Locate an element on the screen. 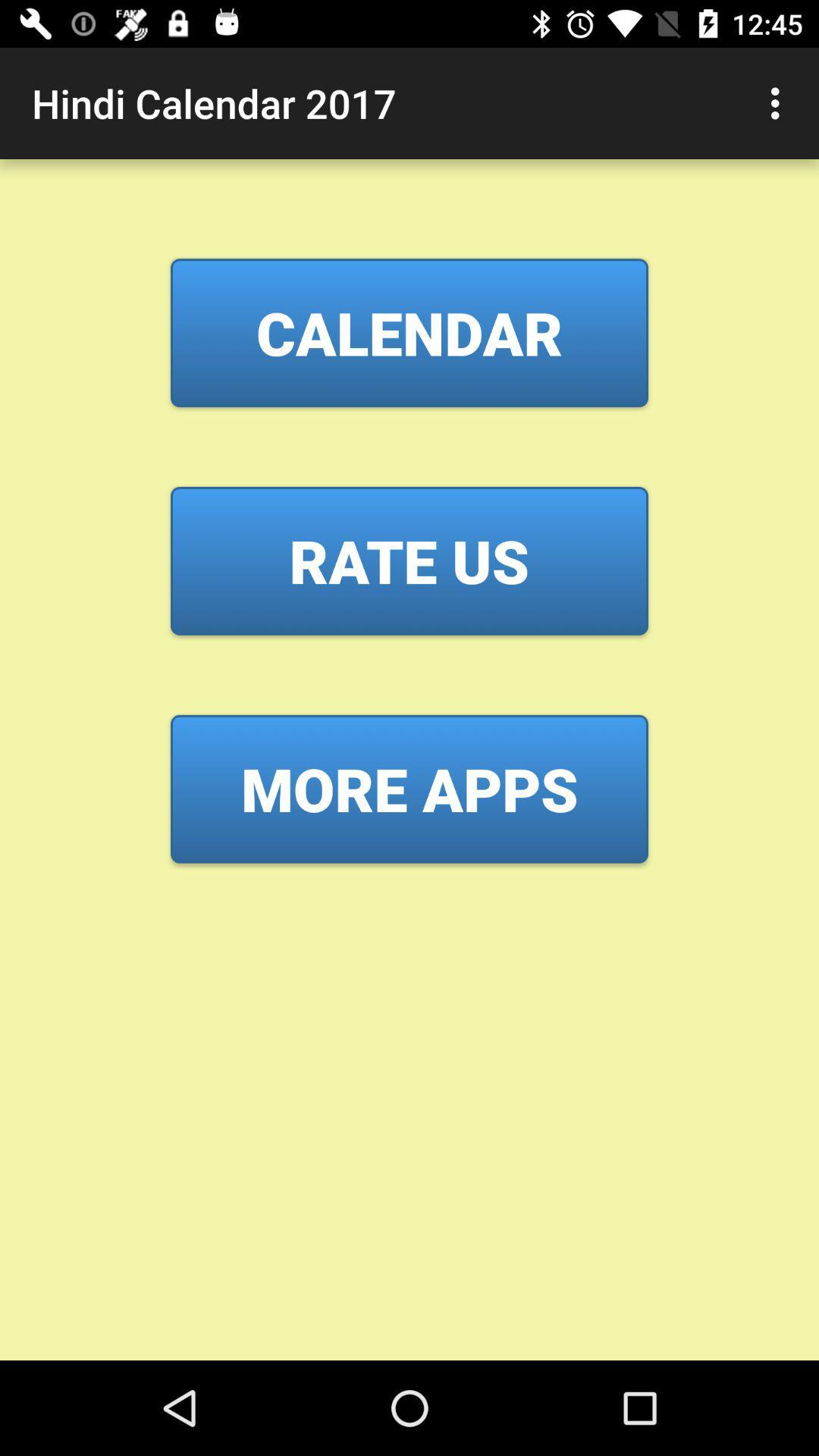 This screenshot has height=1456, width=819. the icon above more apps is located at coordinates (409, 560).